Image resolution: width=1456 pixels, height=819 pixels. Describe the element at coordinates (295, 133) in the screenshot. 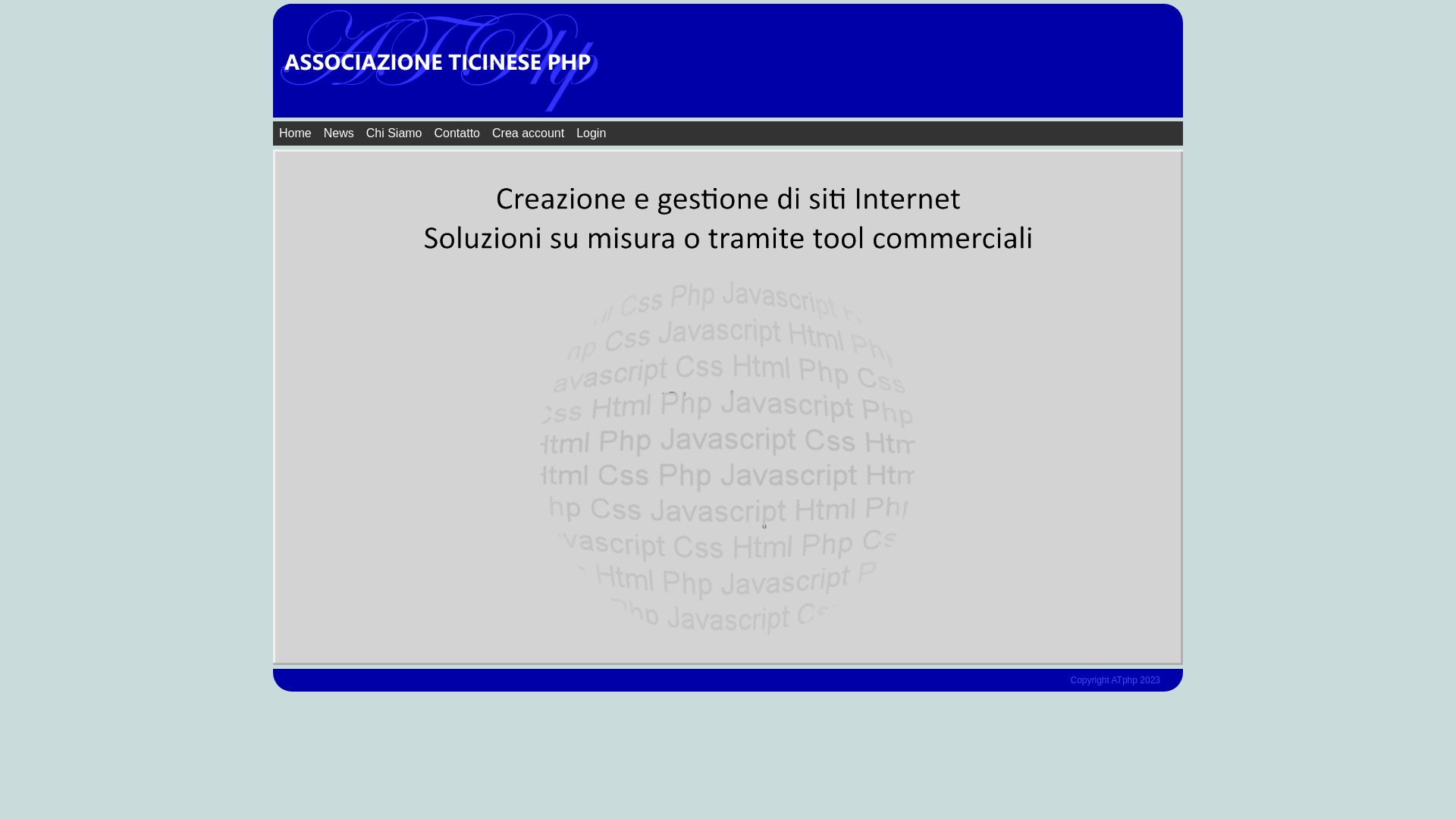

I see `'Home'` at that location.